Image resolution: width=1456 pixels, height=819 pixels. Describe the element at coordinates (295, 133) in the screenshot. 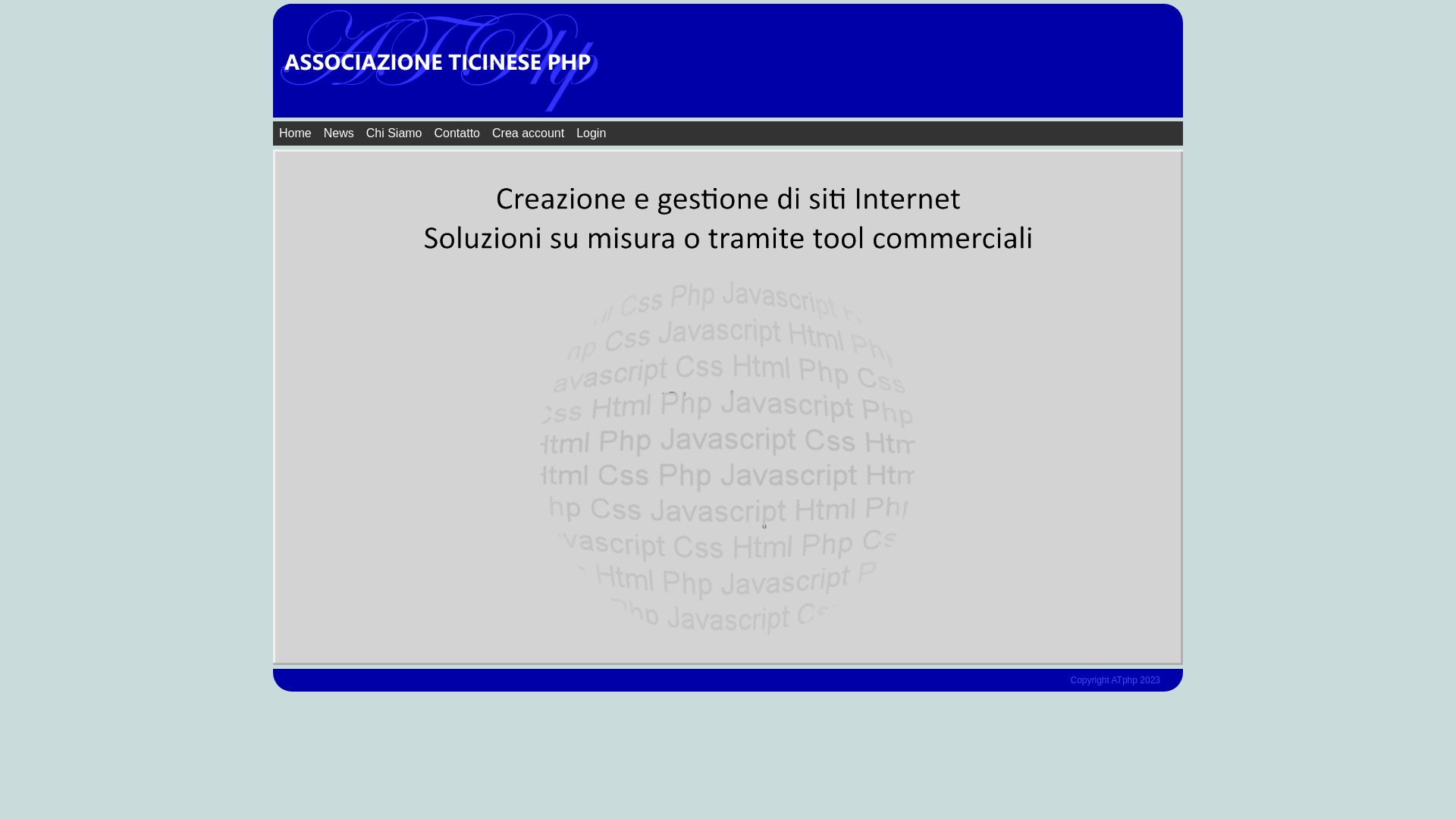

I see `'Home'` at that location.